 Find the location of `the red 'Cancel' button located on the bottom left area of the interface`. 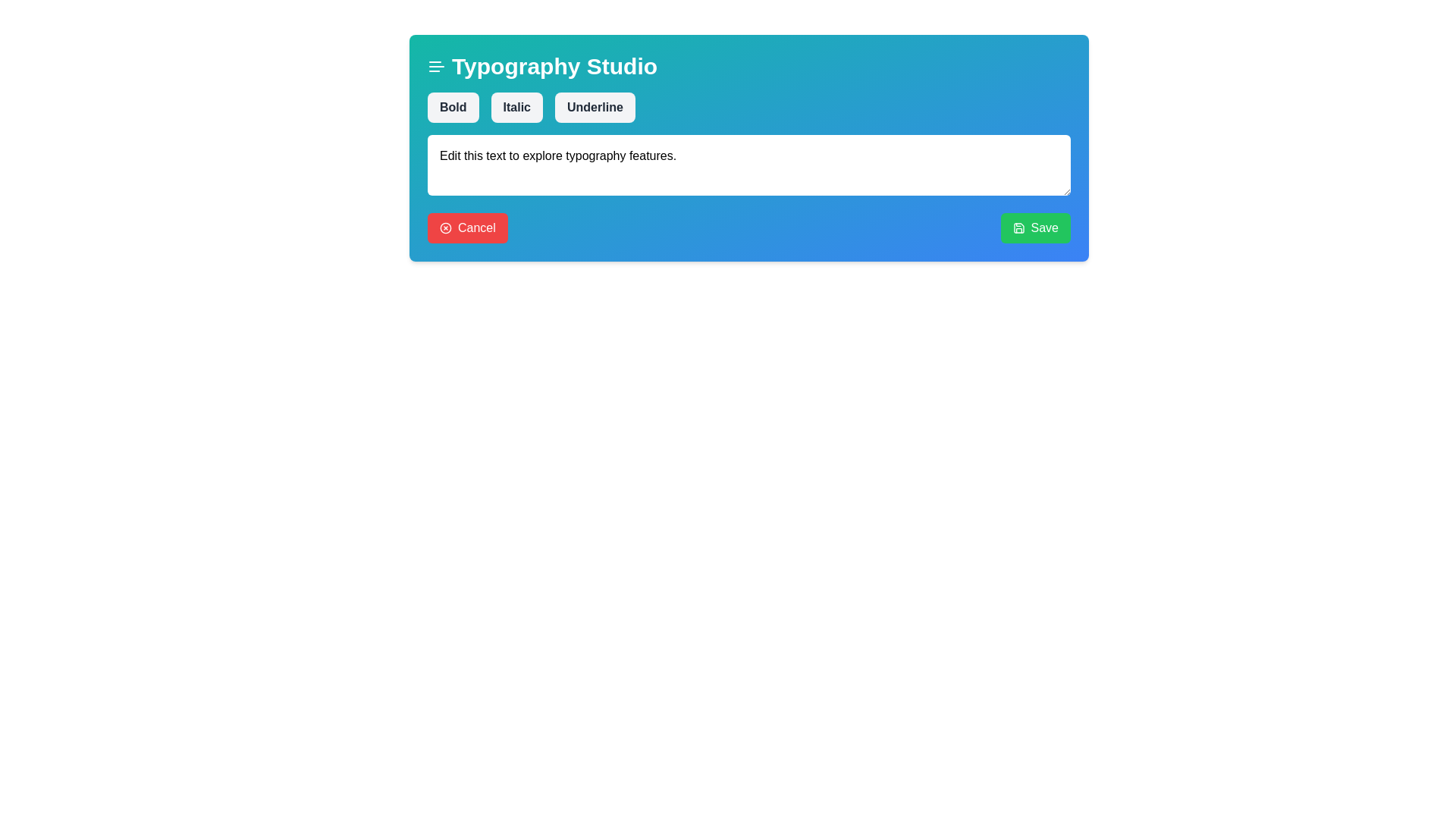

the red 'Cancel' button located on the bottom left area of the interface is located at coordinates (466, 227).